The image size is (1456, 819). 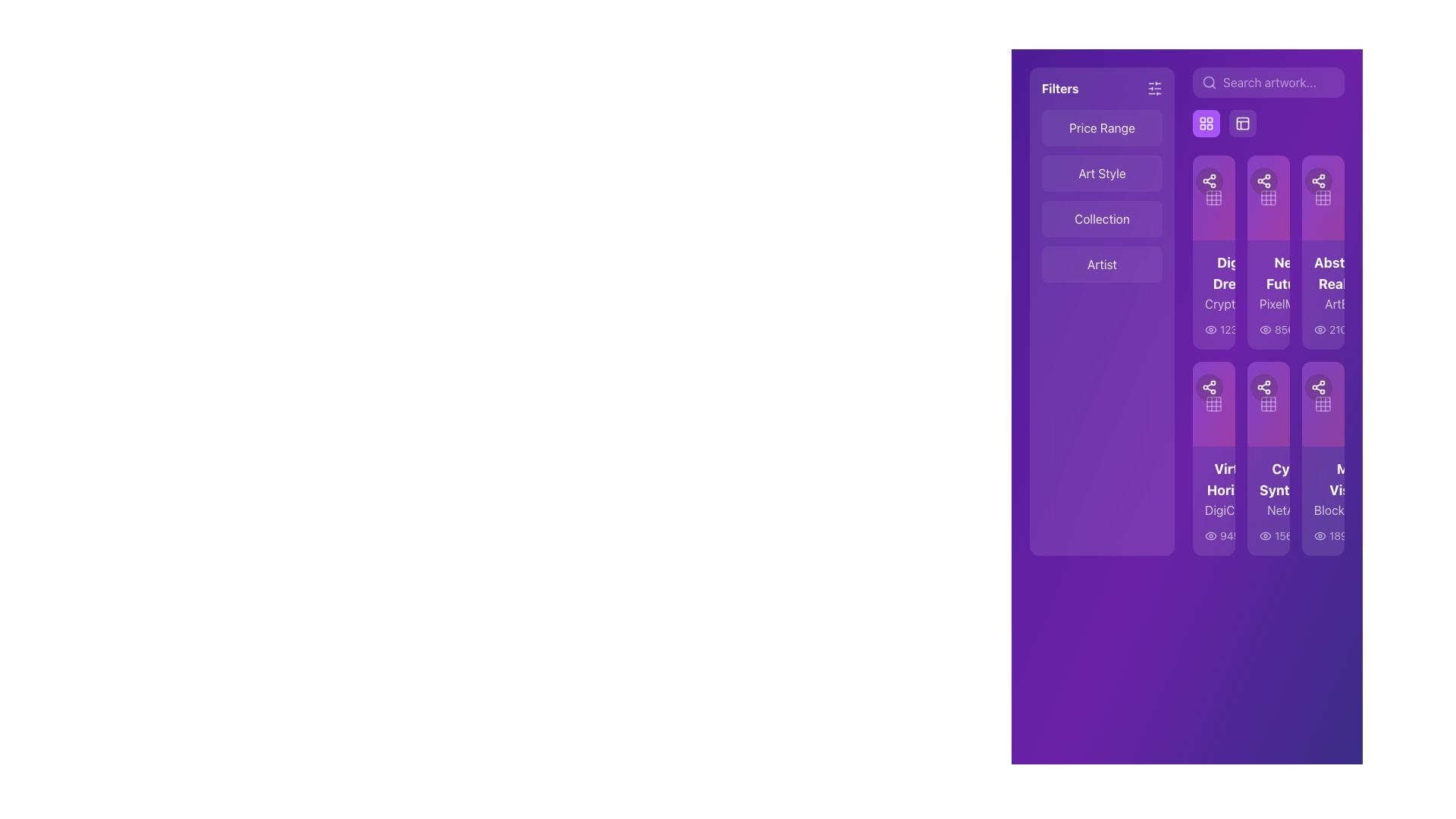 I want to click on the Text label displaying the number '89', which is styled with light coloring against a purple background and located adjacent to an eye glyph in a card interface, so click(x=1266, y=329).